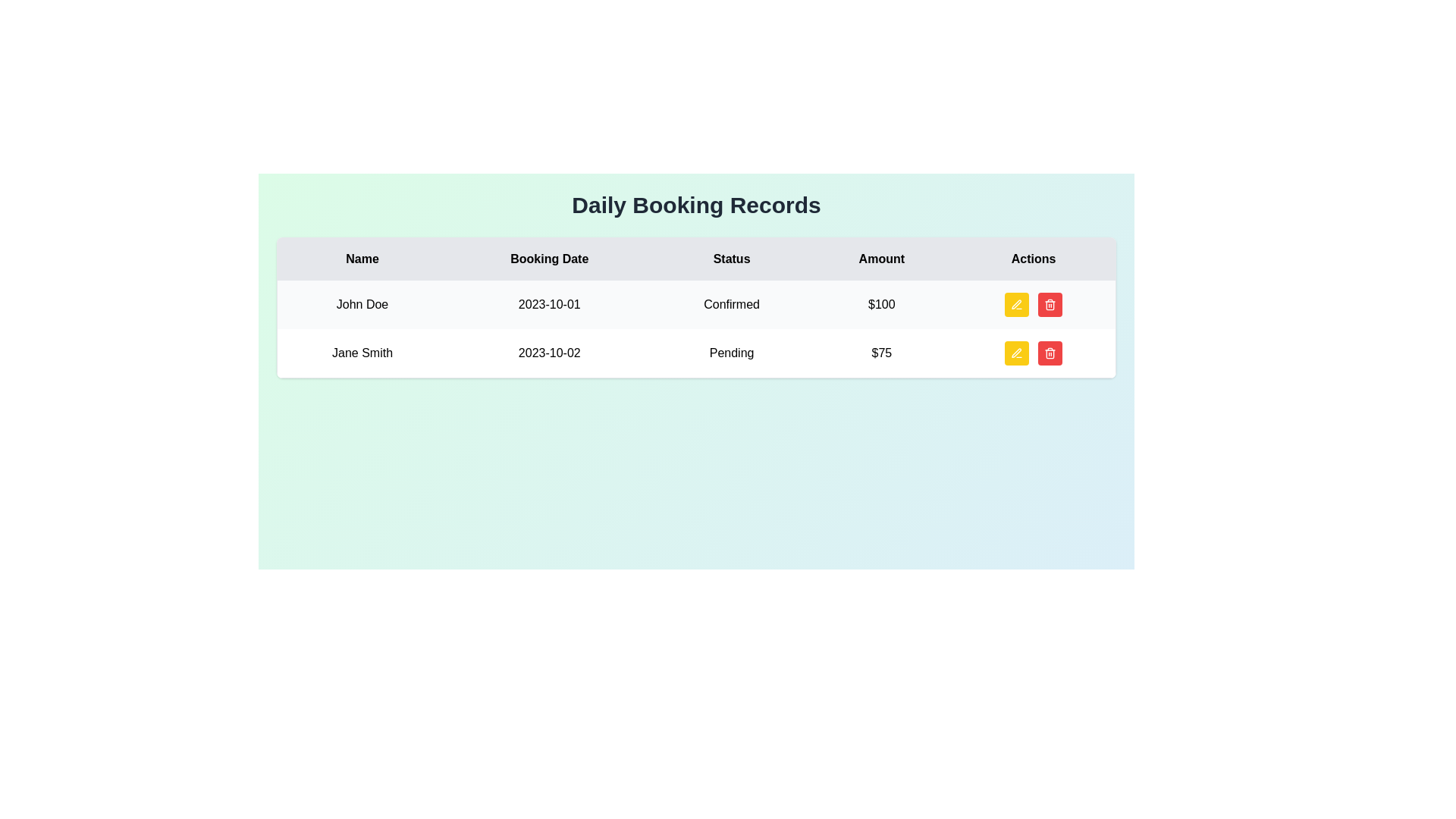 This screenshot has height=819, width=1456. What do you see at coordinates (881, 258) in the screenshot?
I see `the 'Amount' column header cell` at bounding box center [881, 258].